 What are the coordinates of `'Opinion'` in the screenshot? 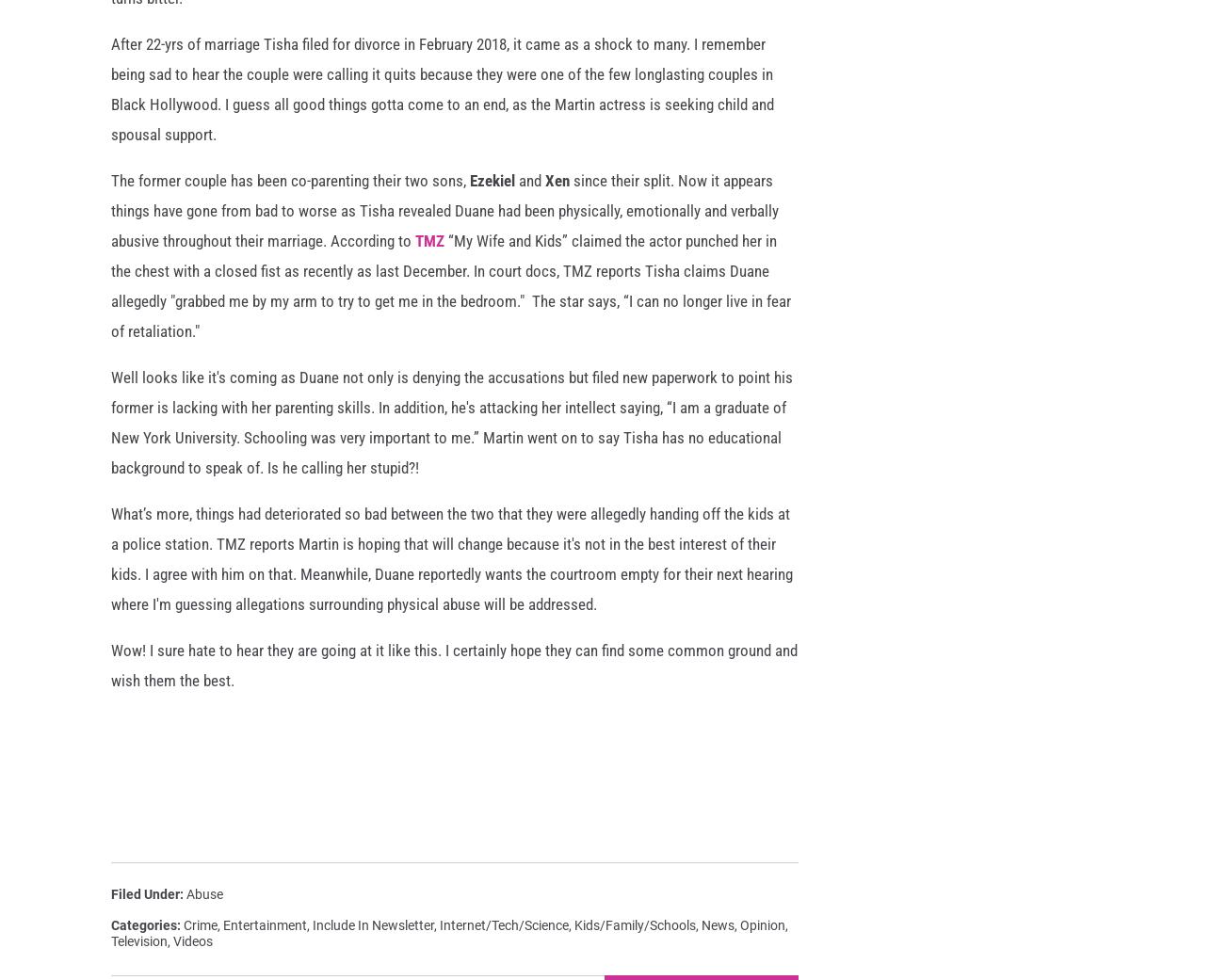 It's located at (740, 938).